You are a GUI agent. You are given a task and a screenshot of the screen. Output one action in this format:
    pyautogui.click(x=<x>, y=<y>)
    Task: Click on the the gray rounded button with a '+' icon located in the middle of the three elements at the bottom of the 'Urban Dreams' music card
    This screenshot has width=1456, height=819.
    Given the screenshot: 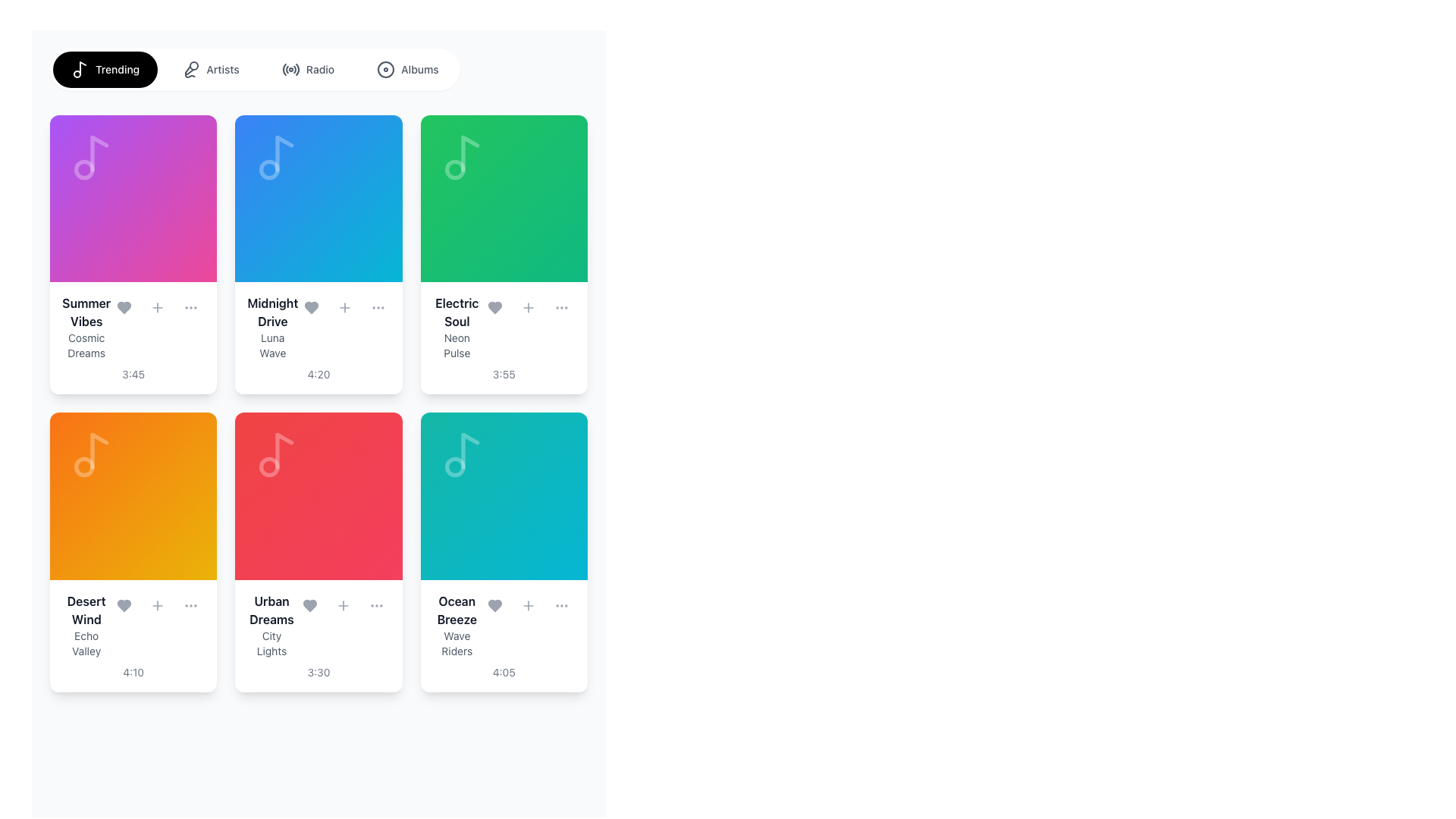 What is the action you would take?
    pyautogui.click(x=342, y=604)
    